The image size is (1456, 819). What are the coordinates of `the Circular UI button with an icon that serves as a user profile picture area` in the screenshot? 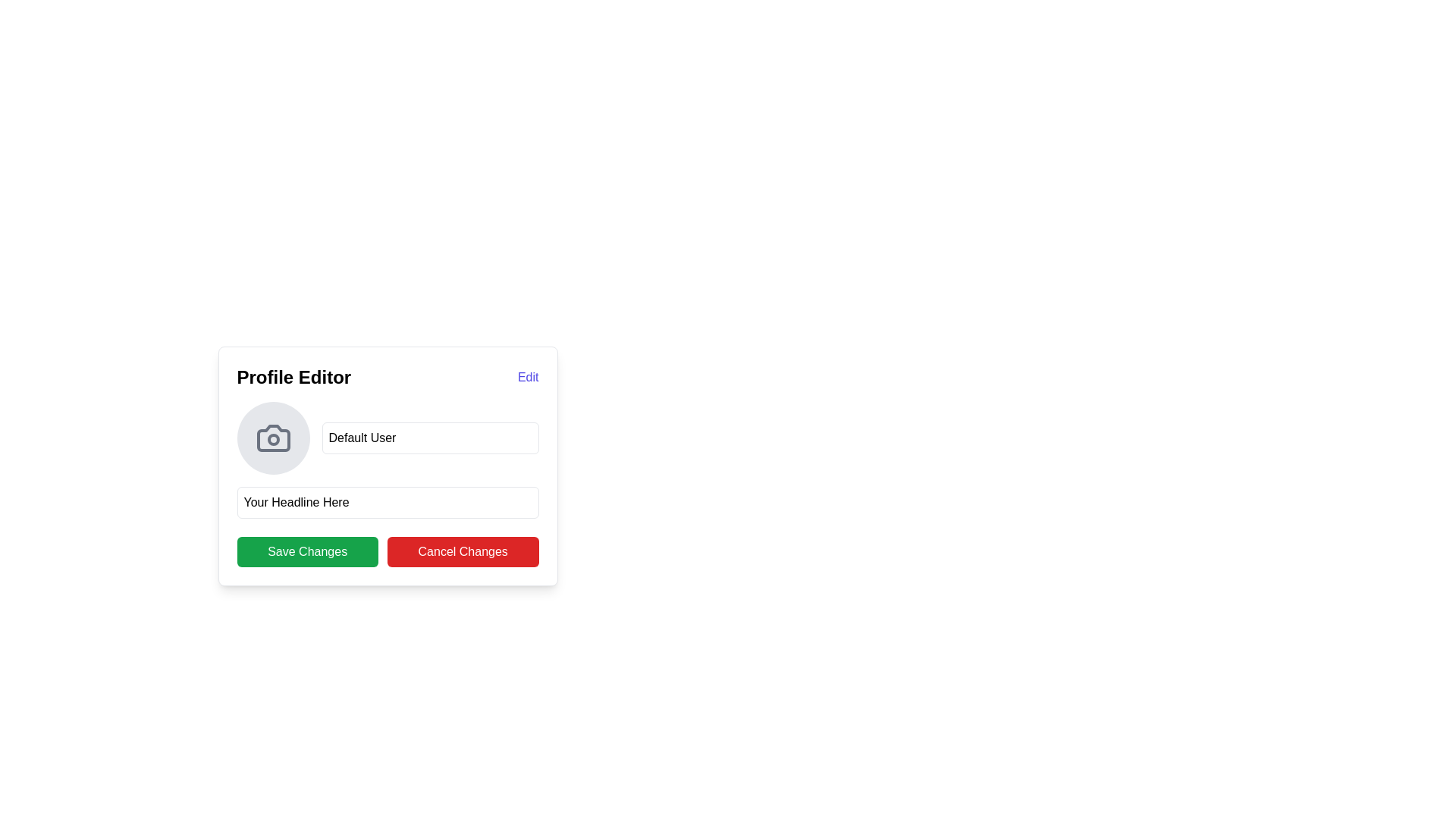 It's located at (273, 438).